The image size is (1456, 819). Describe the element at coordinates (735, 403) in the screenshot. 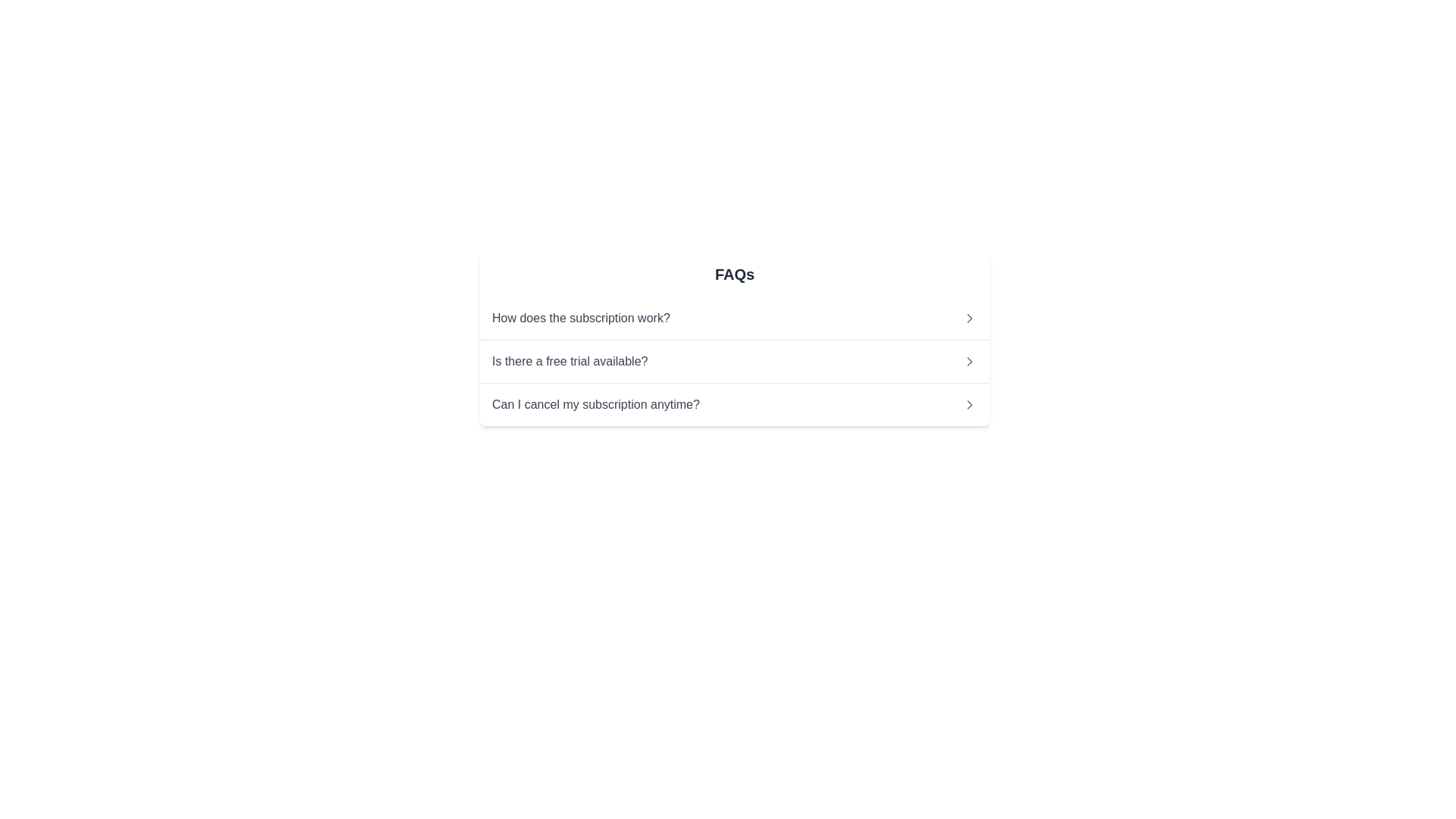

I see `the FAQ list item with the question 'Can I cancel my subscription anytime?'` at that location.